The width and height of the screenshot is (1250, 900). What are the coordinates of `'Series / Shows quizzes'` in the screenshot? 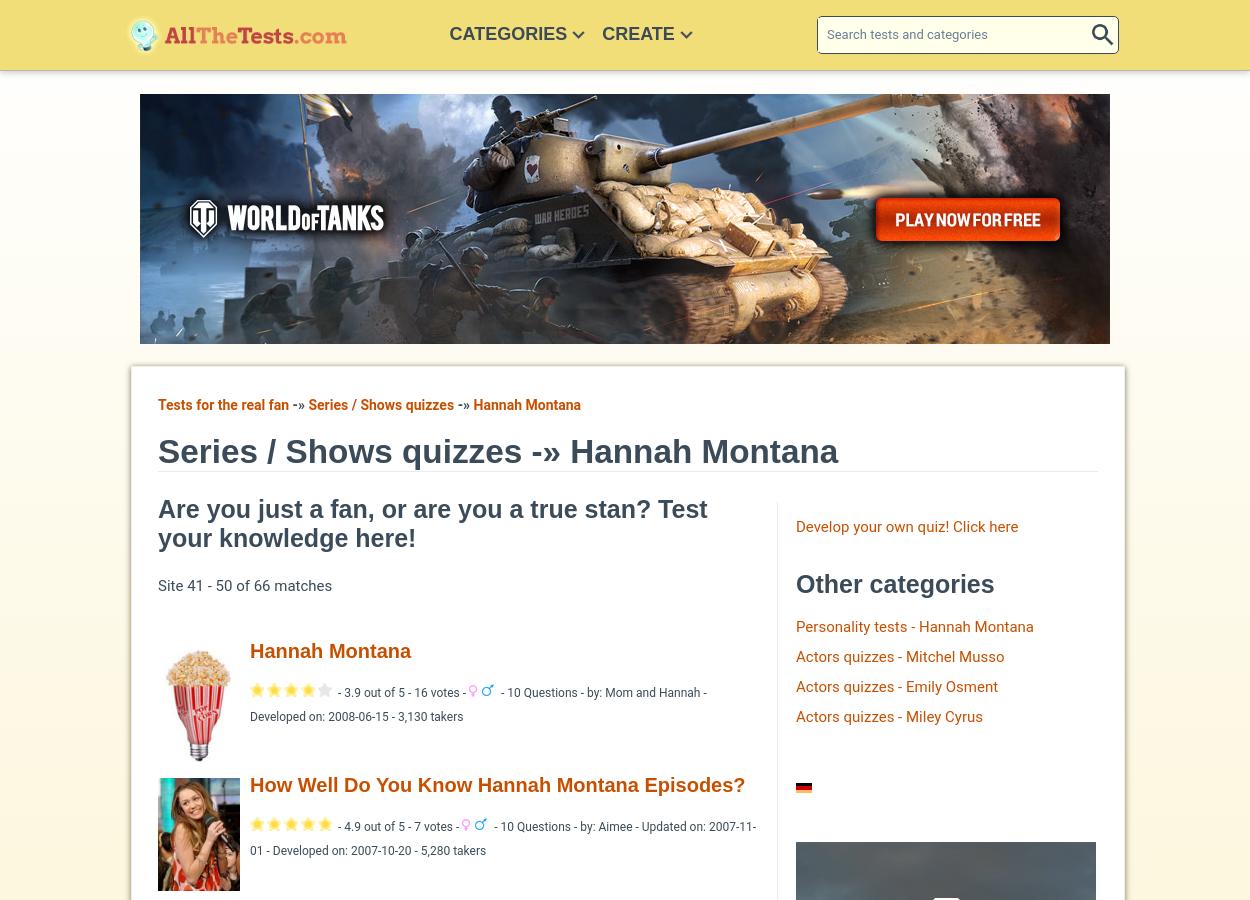 It's located at (381, 405).